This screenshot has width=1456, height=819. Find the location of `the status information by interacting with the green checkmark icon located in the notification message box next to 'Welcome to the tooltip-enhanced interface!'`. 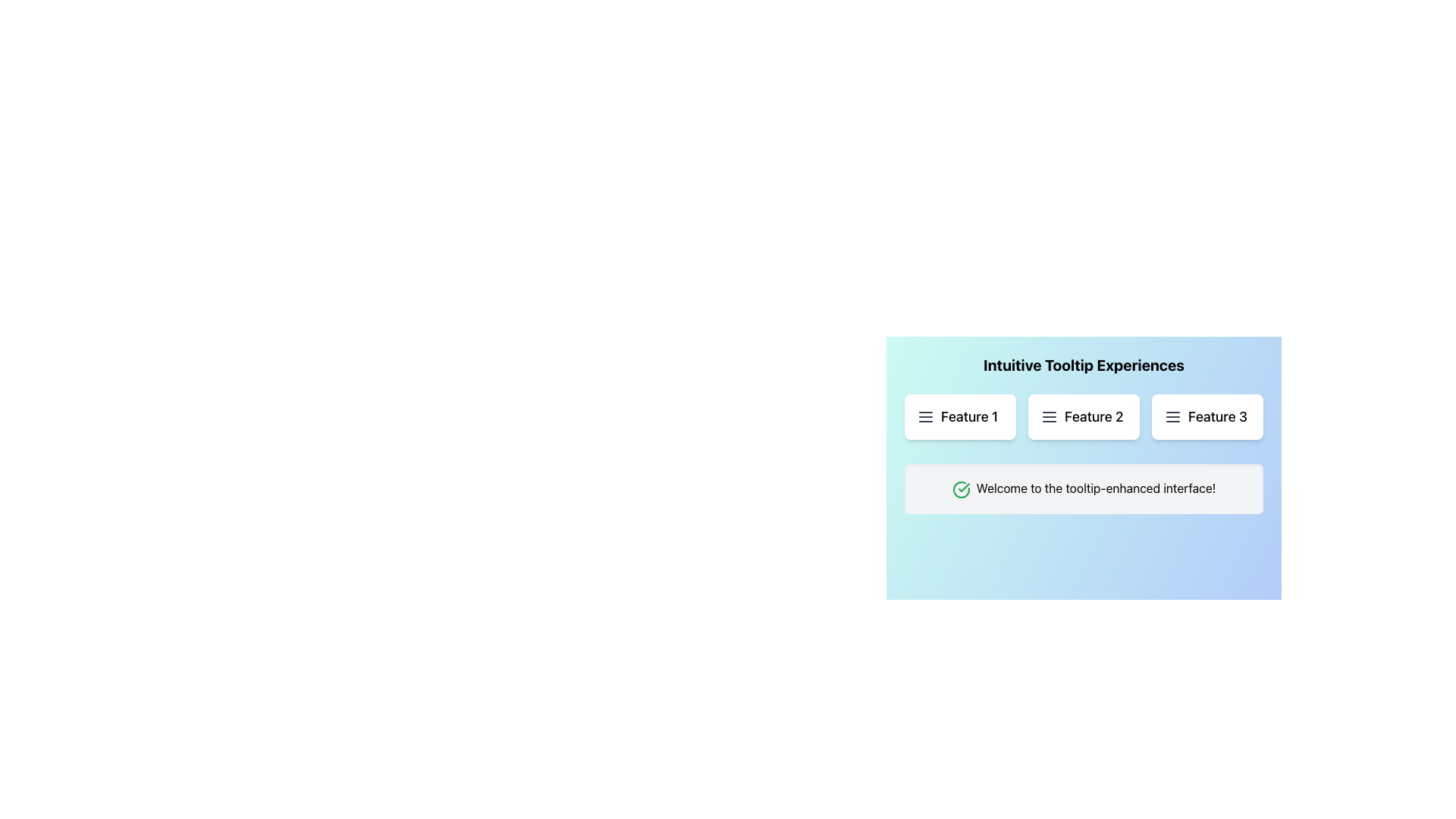

the status information by interacting with the green checkmark icon located in the notification message box next to 'Welcome to the tooltip-enhanced interface!' is located at coordinates (963, 487).